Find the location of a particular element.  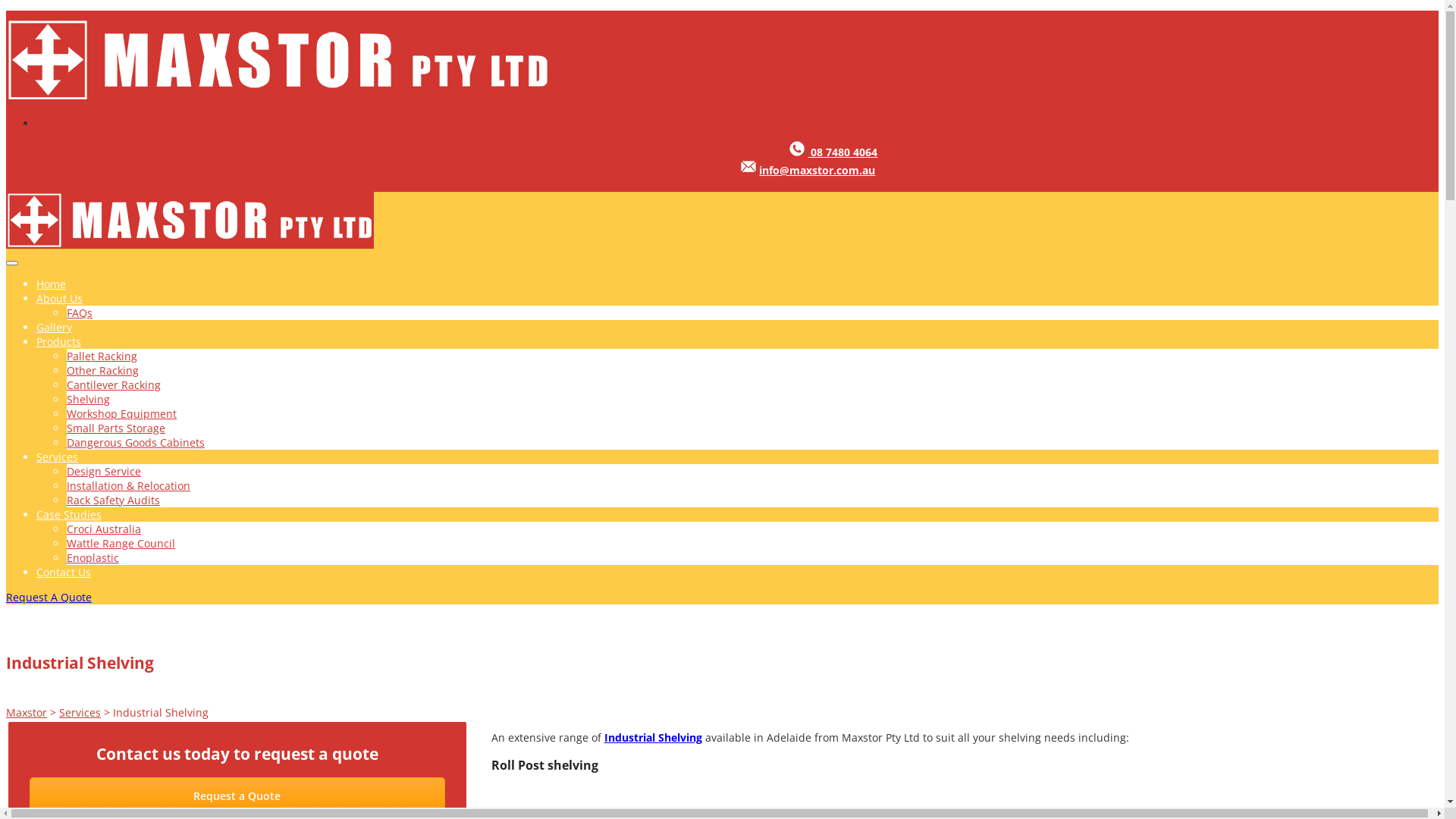

'Products' is located at coordinates (58, 341).